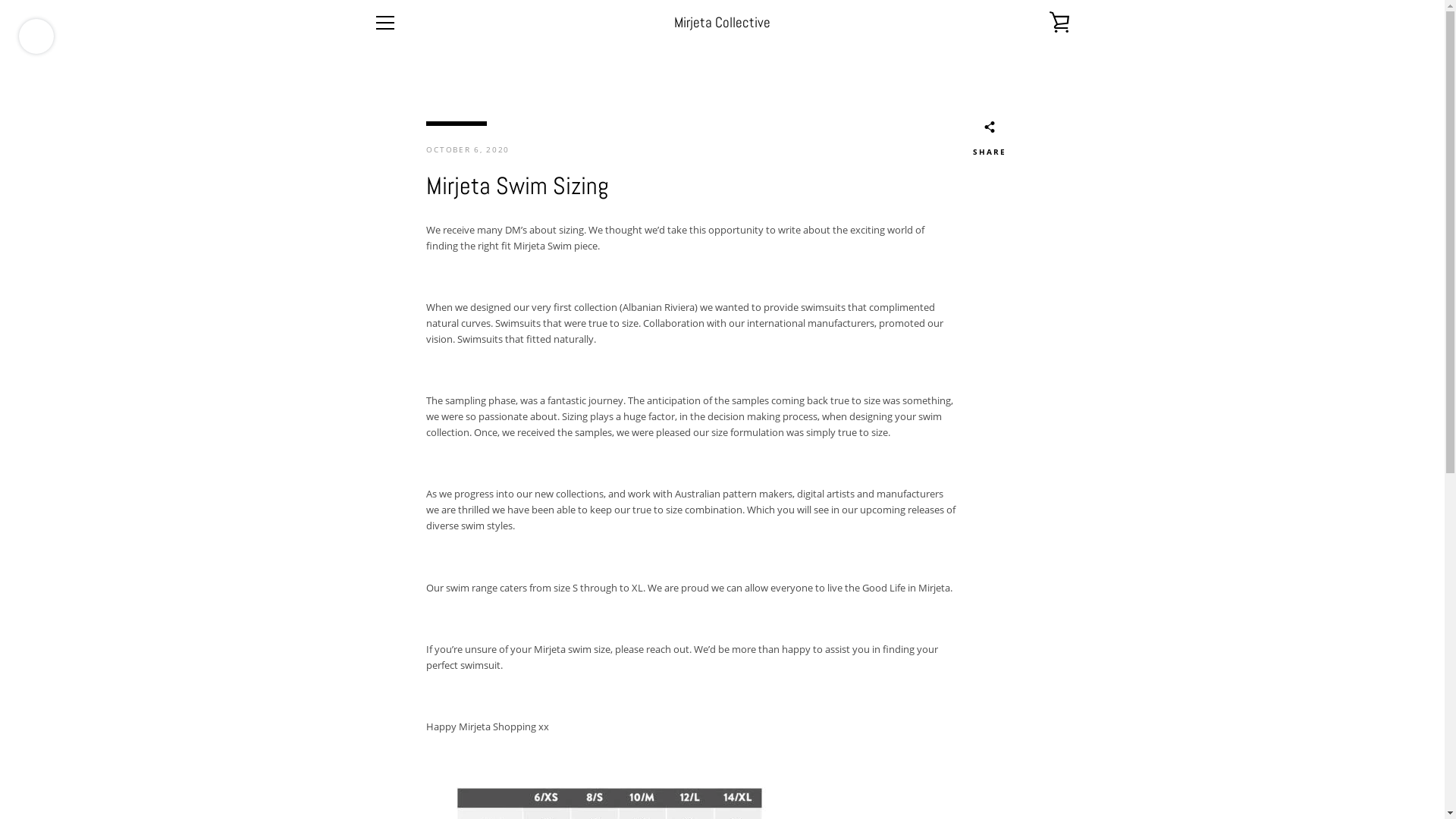  What do you see at coordinates (399, 765) in the screenshot?
I see `'Instagram'` at bounding box center [399, 765].